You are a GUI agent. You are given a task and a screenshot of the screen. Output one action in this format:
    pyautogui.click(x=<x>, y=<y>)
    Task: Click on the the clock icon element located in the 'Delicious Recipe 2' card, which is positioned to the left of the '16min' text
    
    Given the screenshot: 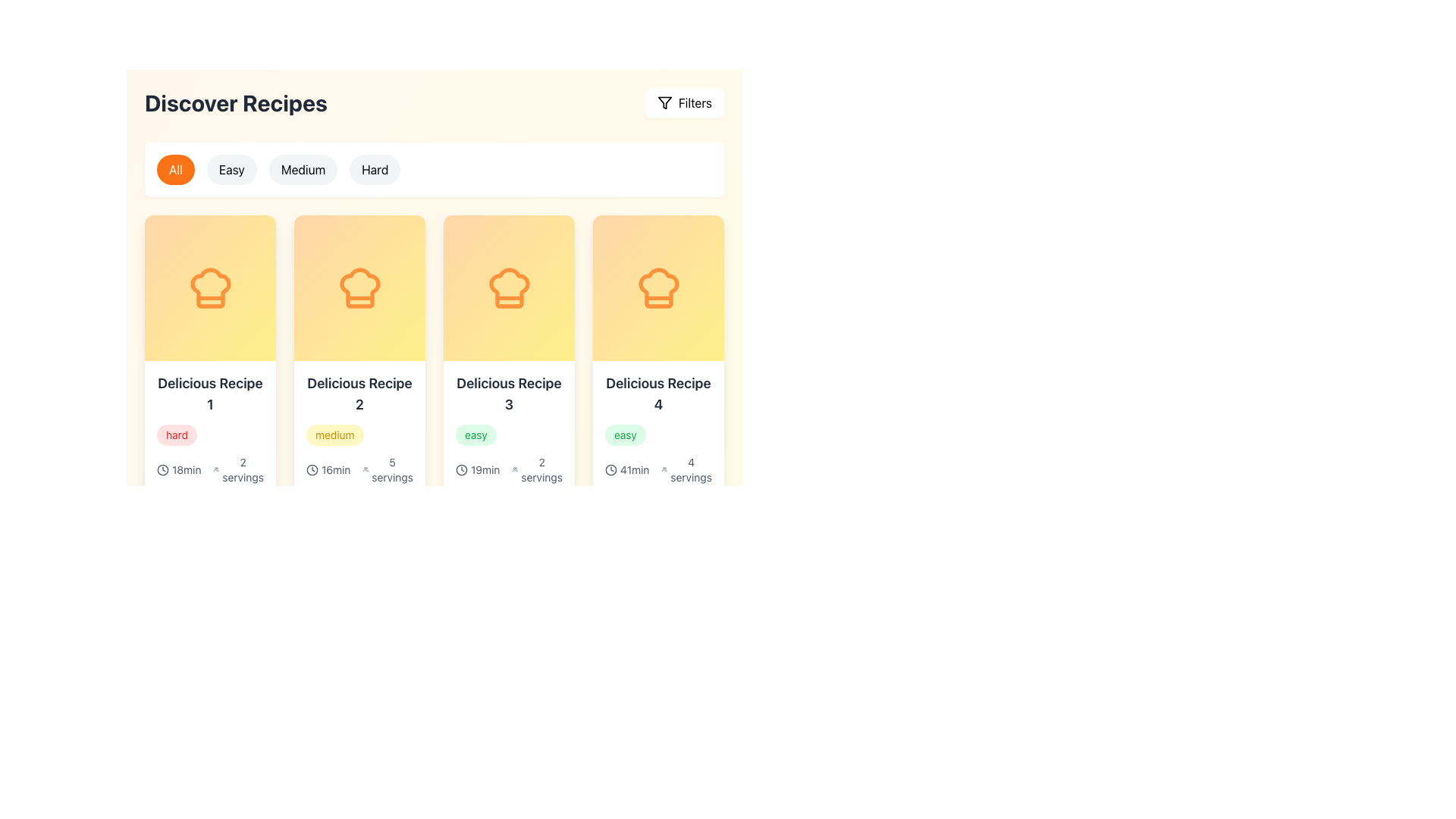 What is the action you would take?
    pyautogui.click(x=312, y=469)
    